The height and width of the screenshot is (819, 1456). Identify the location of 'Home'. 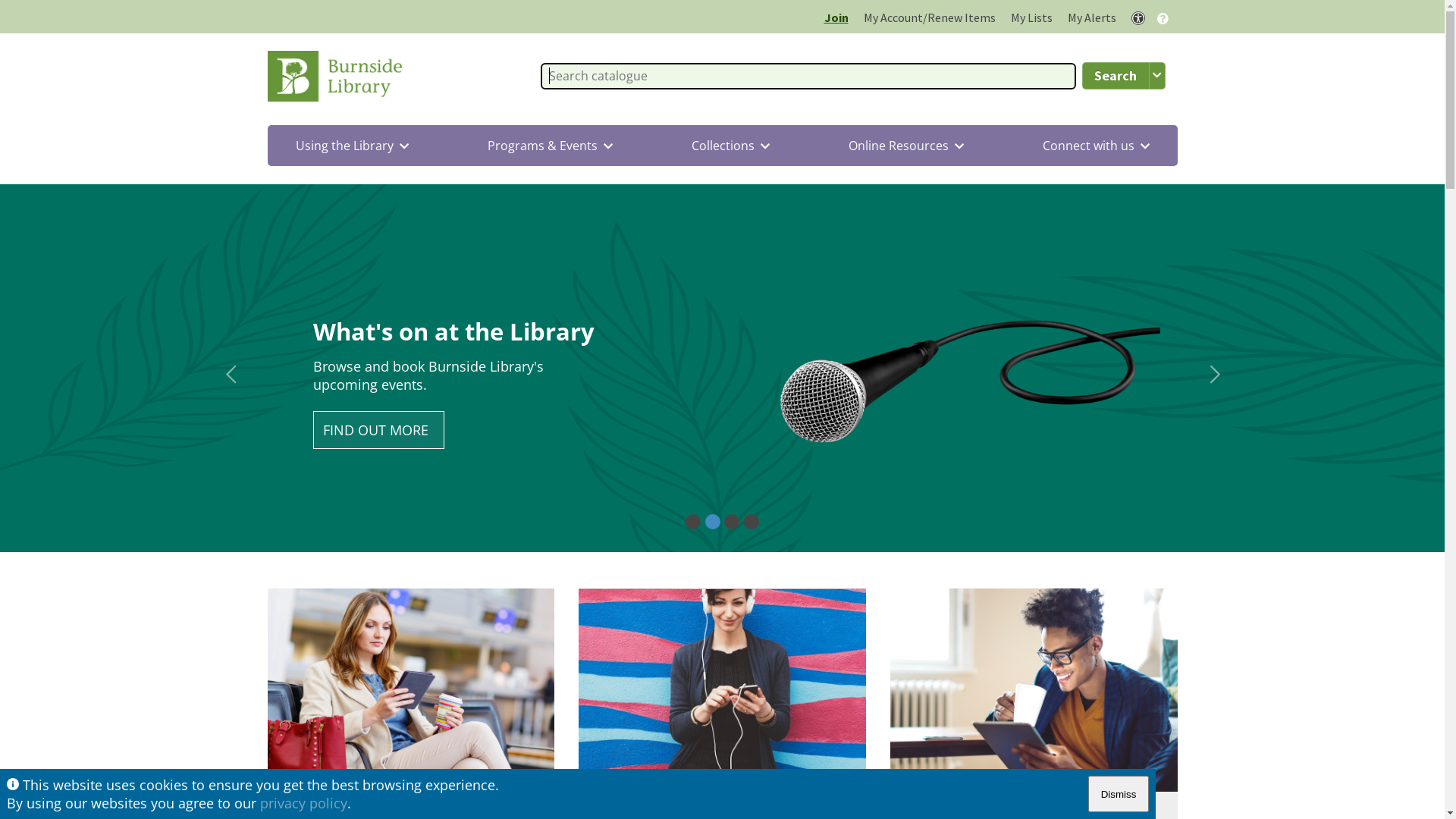
(337, 76).